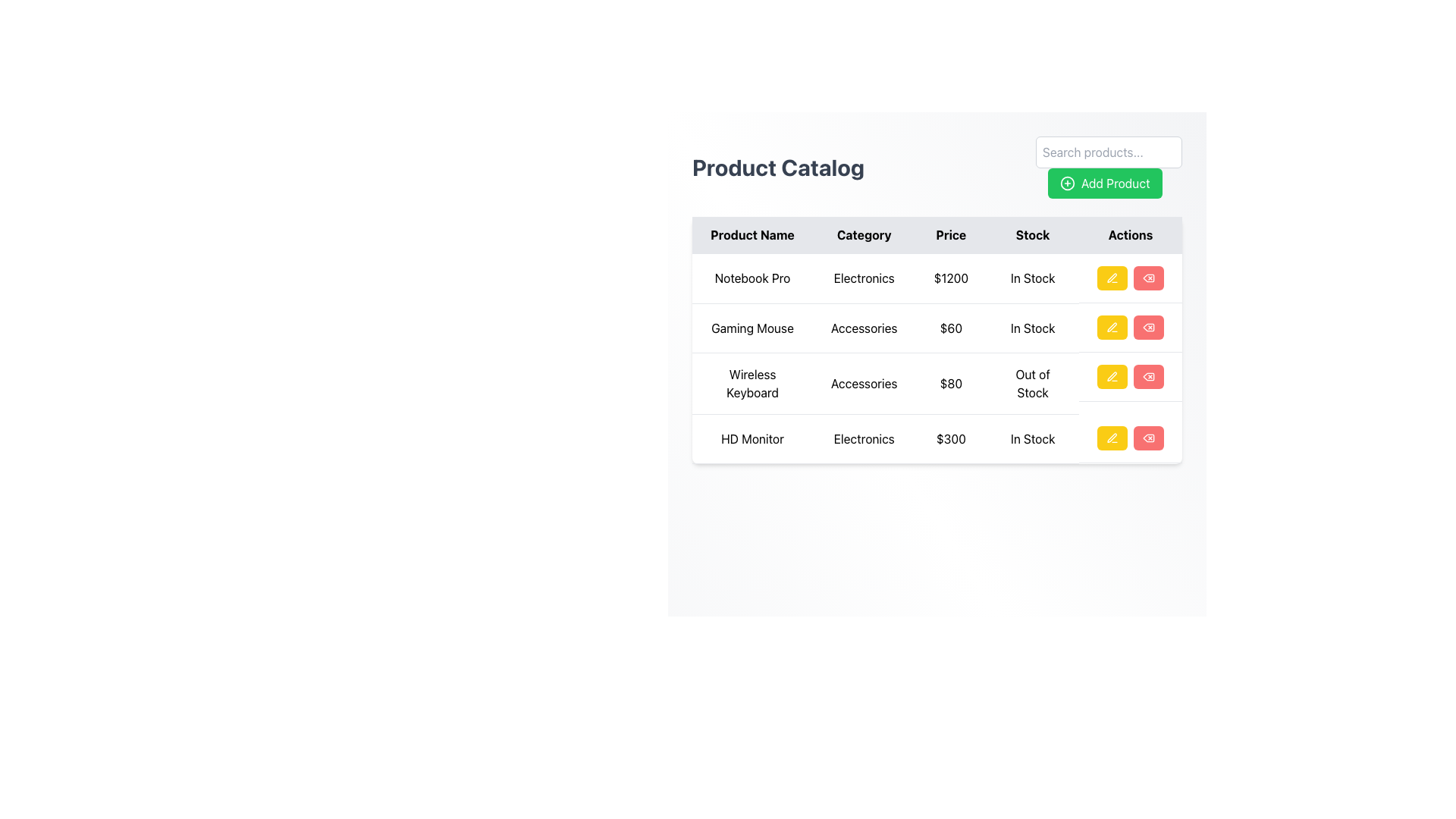  Describe the element at coordinates (1131, 235) in the screenshot. I see `the Table Header Cell for the 'Actions' column, which is the fifth column in the header row of the table, located between the 'Stock' column and the right margin` at that location.